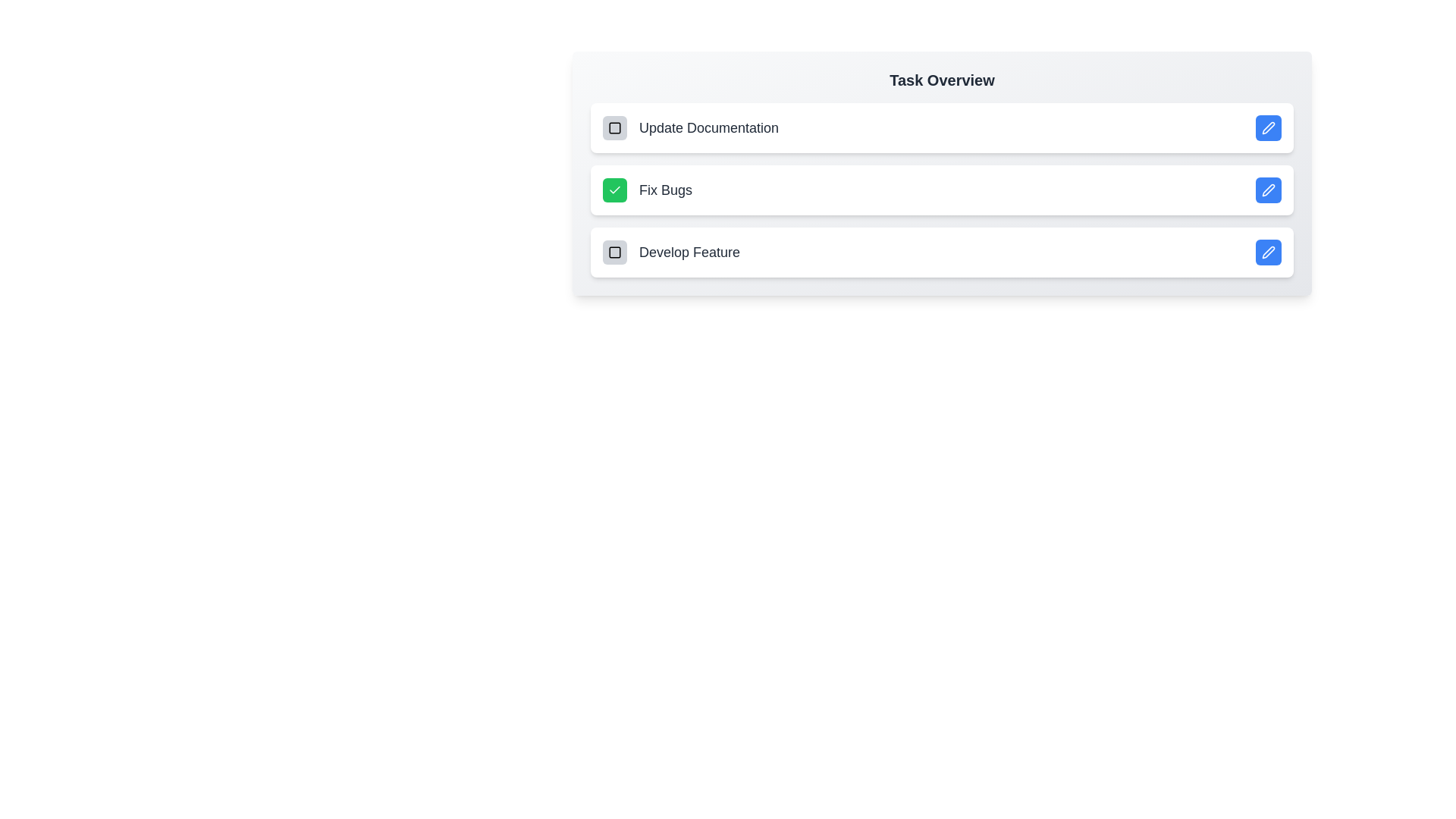  Describe the element at coordinates (1269, 251) in the screenshot. I see `edit button for the task 'Develop Feature'` at that location.